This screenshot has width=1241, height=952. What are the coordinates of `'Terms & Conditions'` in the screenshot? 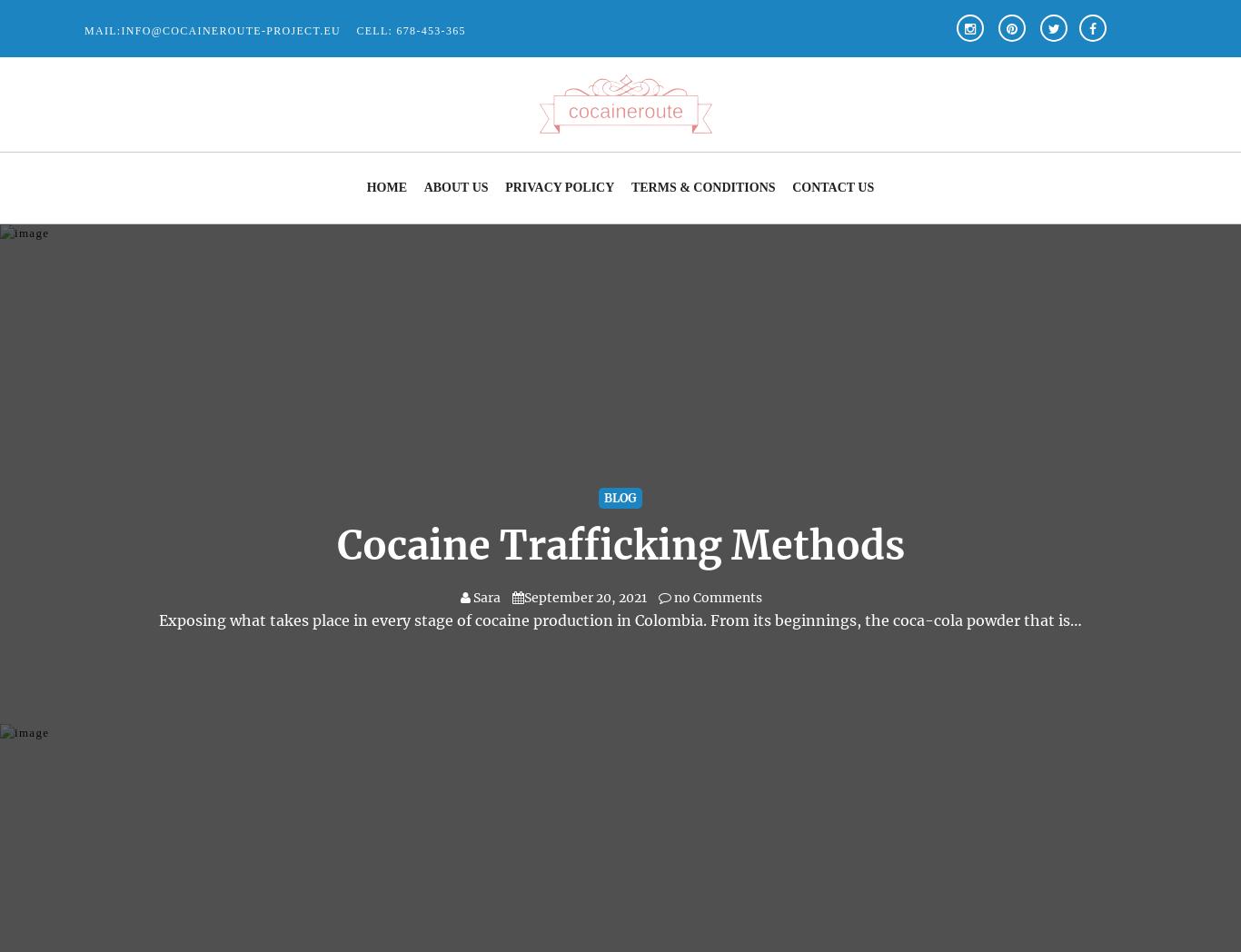 It's located at (702, 186).